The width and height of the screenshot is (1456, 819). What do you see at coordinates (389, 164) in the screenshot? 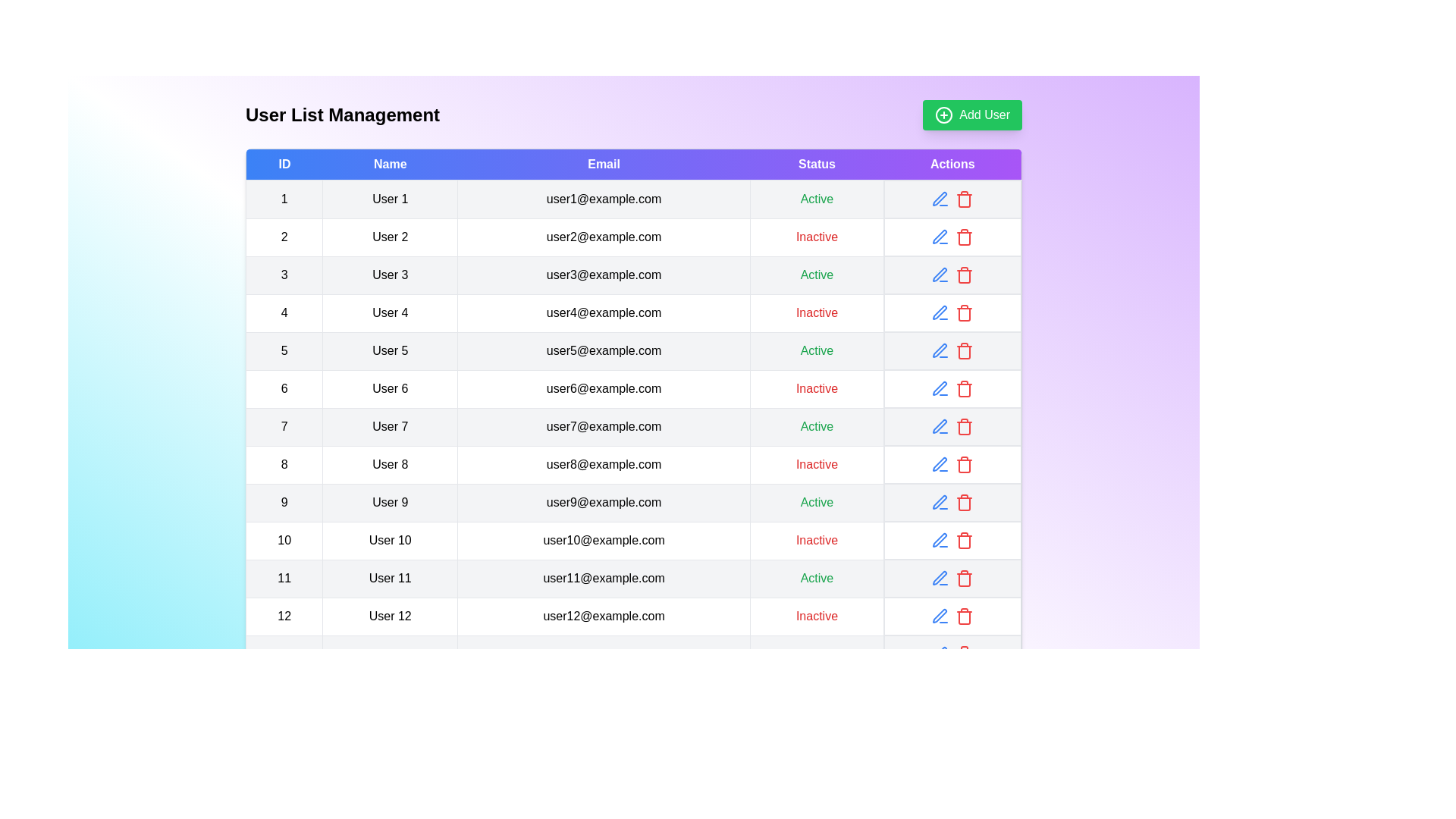
I see `the column header to sort the table by Name` at bounding box center [389, 164].